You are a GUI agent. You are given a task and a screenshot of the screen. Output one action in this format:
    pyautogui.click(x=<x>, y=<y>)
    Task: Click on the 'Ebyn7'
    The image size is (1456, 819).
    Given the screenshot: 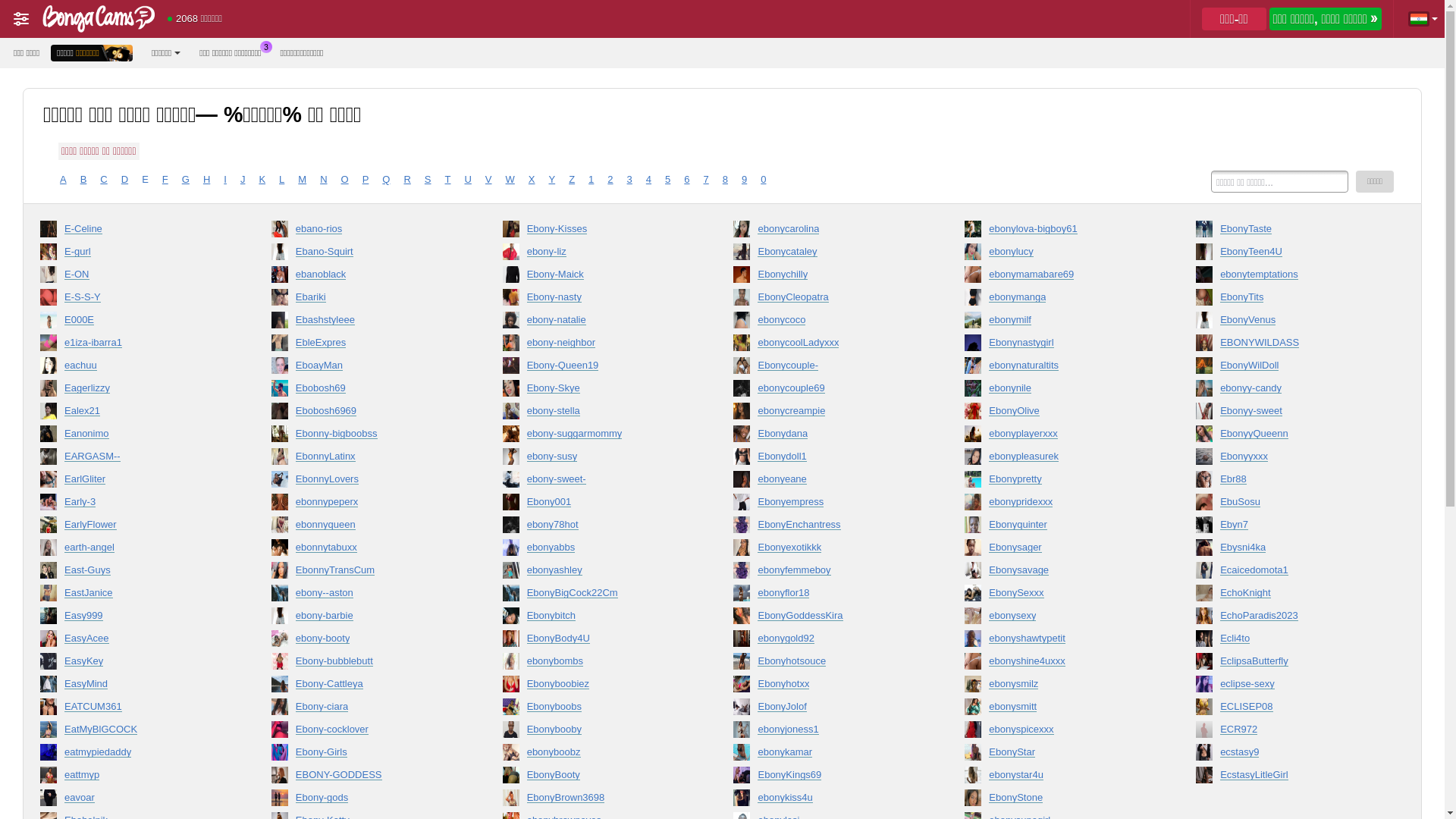 What is the action you would take?
    pyautogui.click(x=1288, y=526)
    